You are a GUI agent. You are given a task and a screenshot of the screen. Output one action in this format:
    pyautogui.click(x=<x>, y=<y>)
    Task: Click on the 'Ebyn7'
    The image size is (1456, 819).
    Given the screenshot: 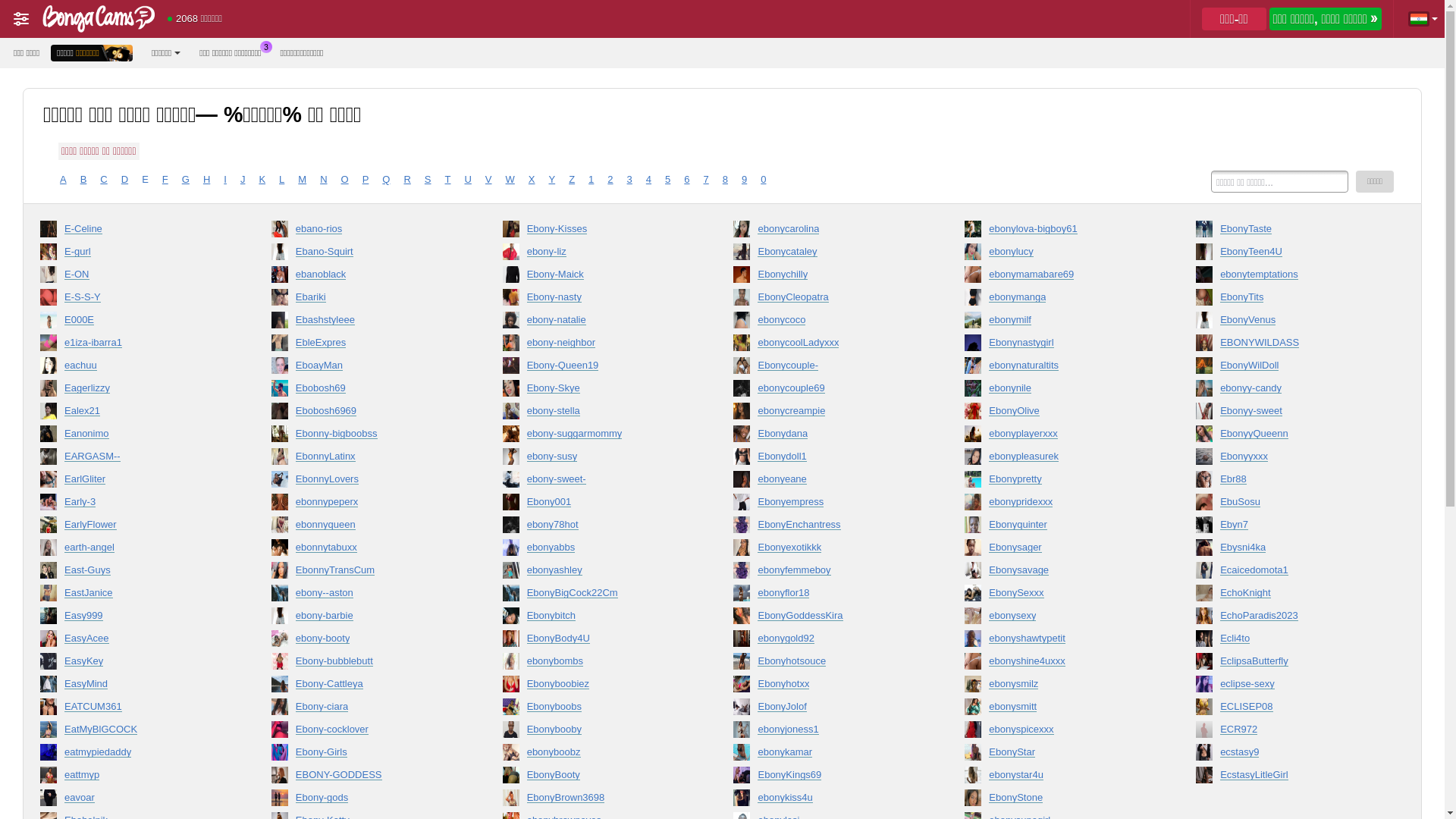 What is the action you would take?
    pyautogui.click(x=1288, y=526)
    